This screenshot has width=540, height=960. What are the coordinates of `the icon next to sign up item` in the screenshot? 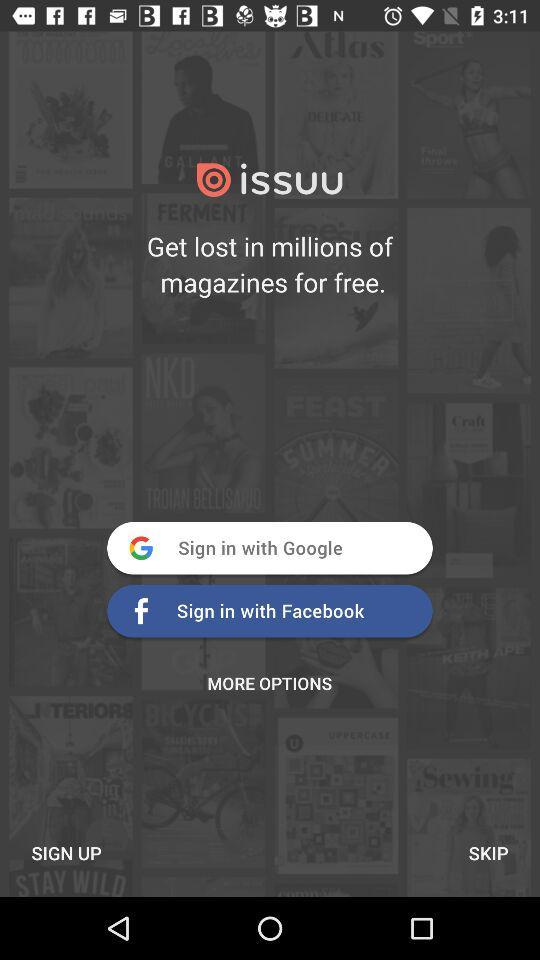 It's located at (487, 852).